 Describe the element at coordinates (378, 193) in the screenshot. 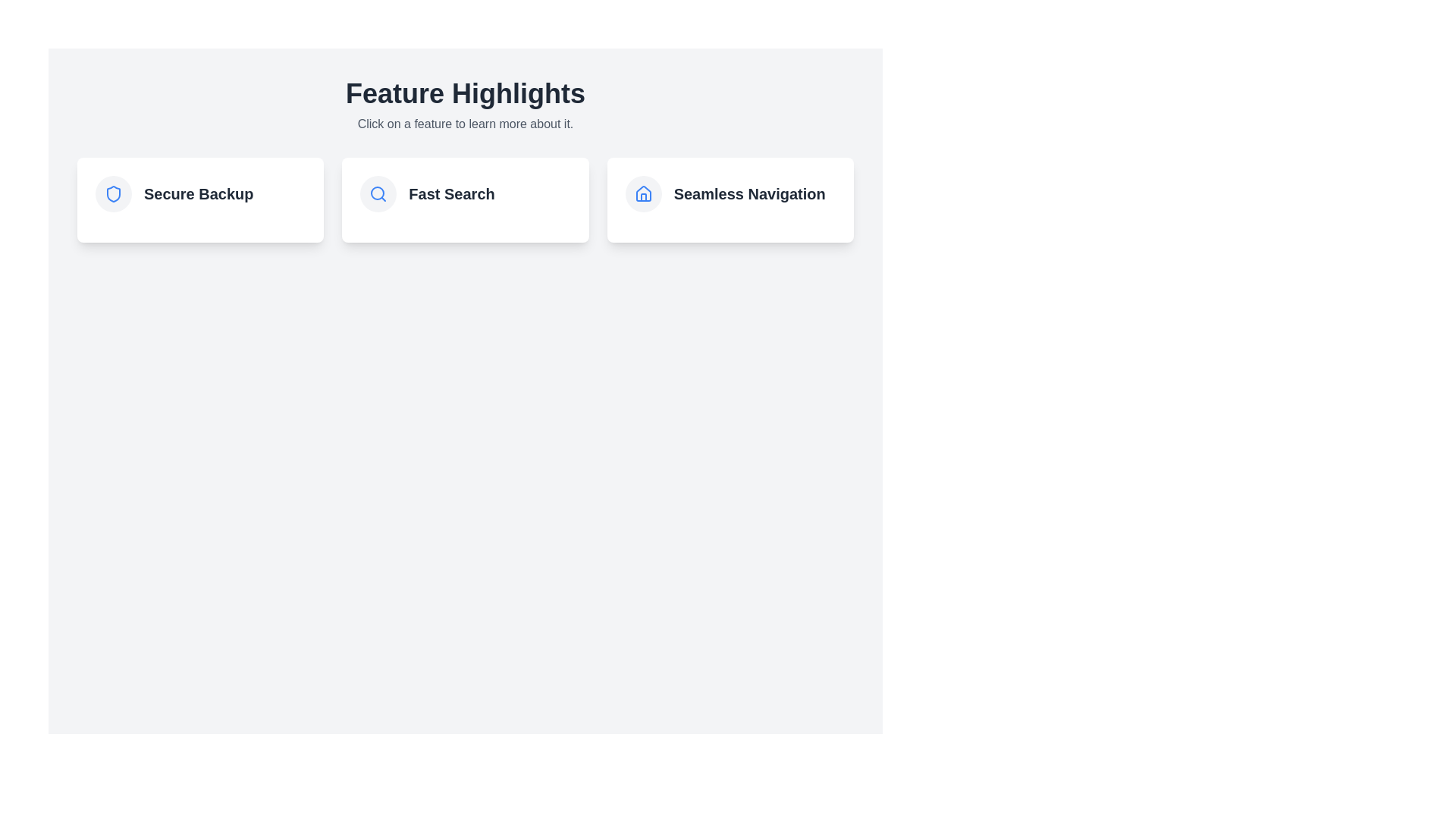

I see `the circular magnifying glass icon with a blue outline located in the second card under the 'Feature Highlights' section titled 'Fast Search'` at that location.